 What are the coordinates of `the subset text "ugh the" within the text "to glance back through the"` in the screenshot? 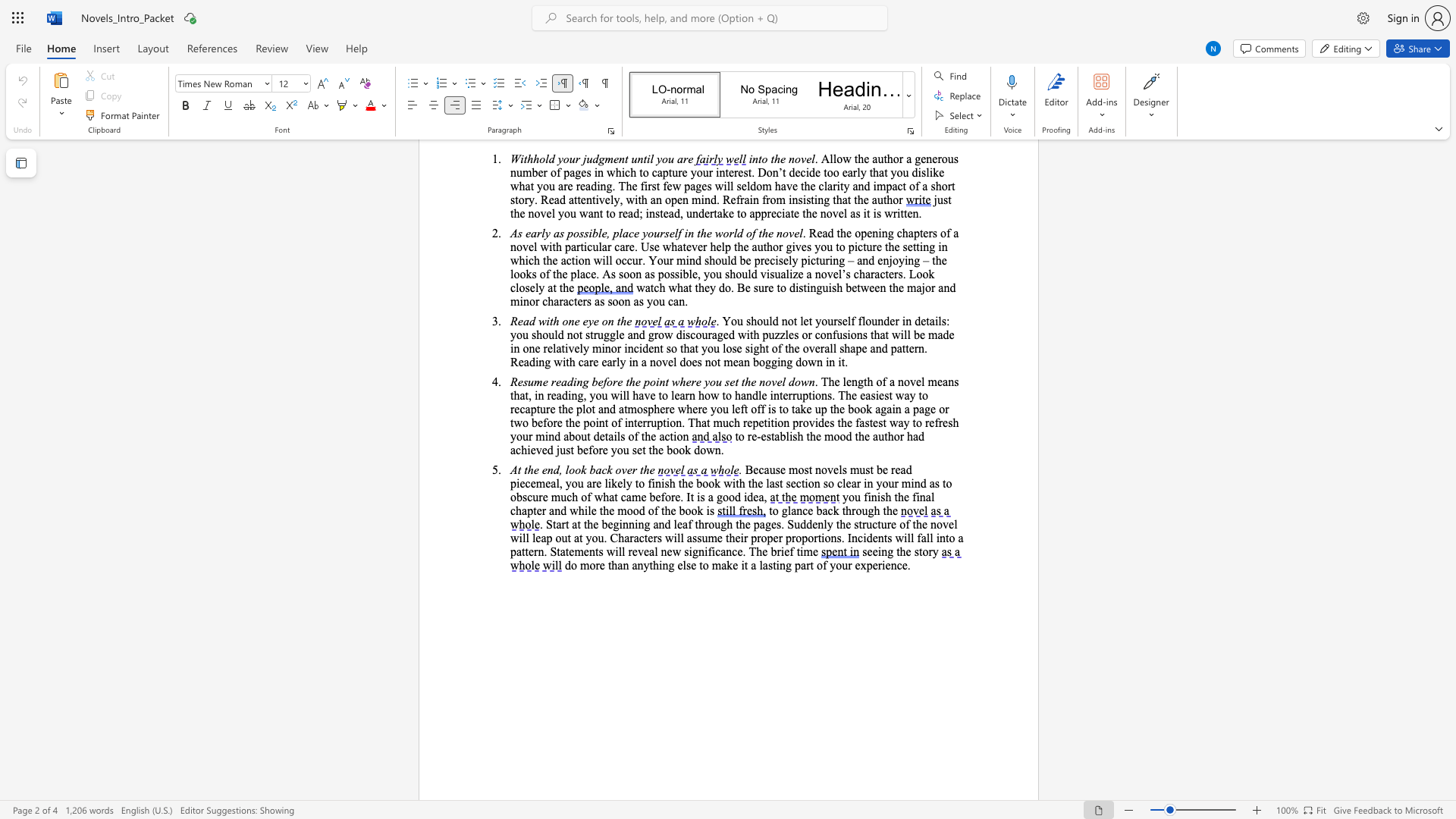 It's located at (861, 510).